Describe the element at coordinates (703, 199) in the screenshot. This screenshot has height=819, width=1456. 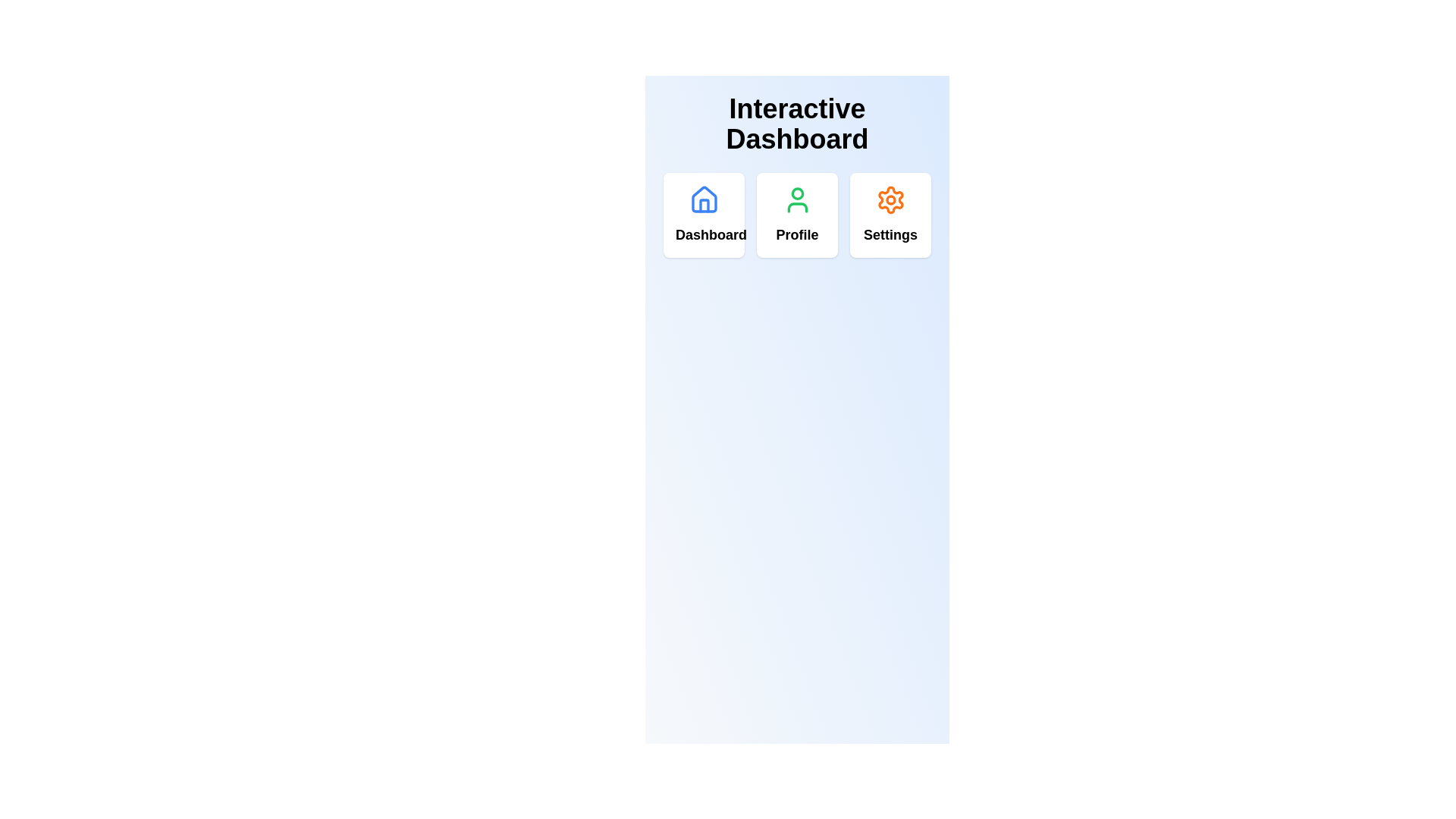
I see `the stylized blue house icon located within the 'Dashboard' button` at that location.